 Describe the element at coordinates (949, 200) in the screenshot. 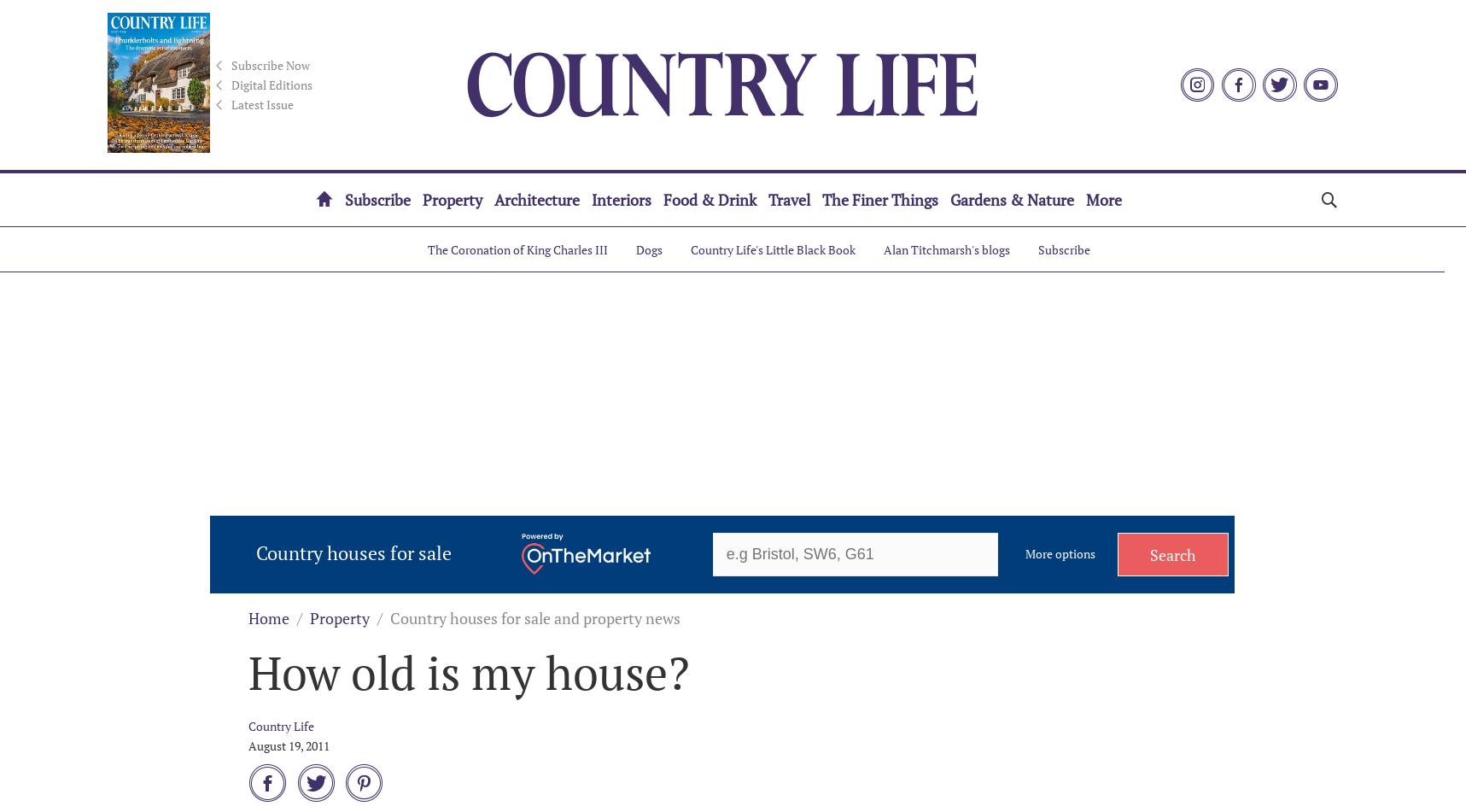

I see `'Gardens & Nature'` at that location.